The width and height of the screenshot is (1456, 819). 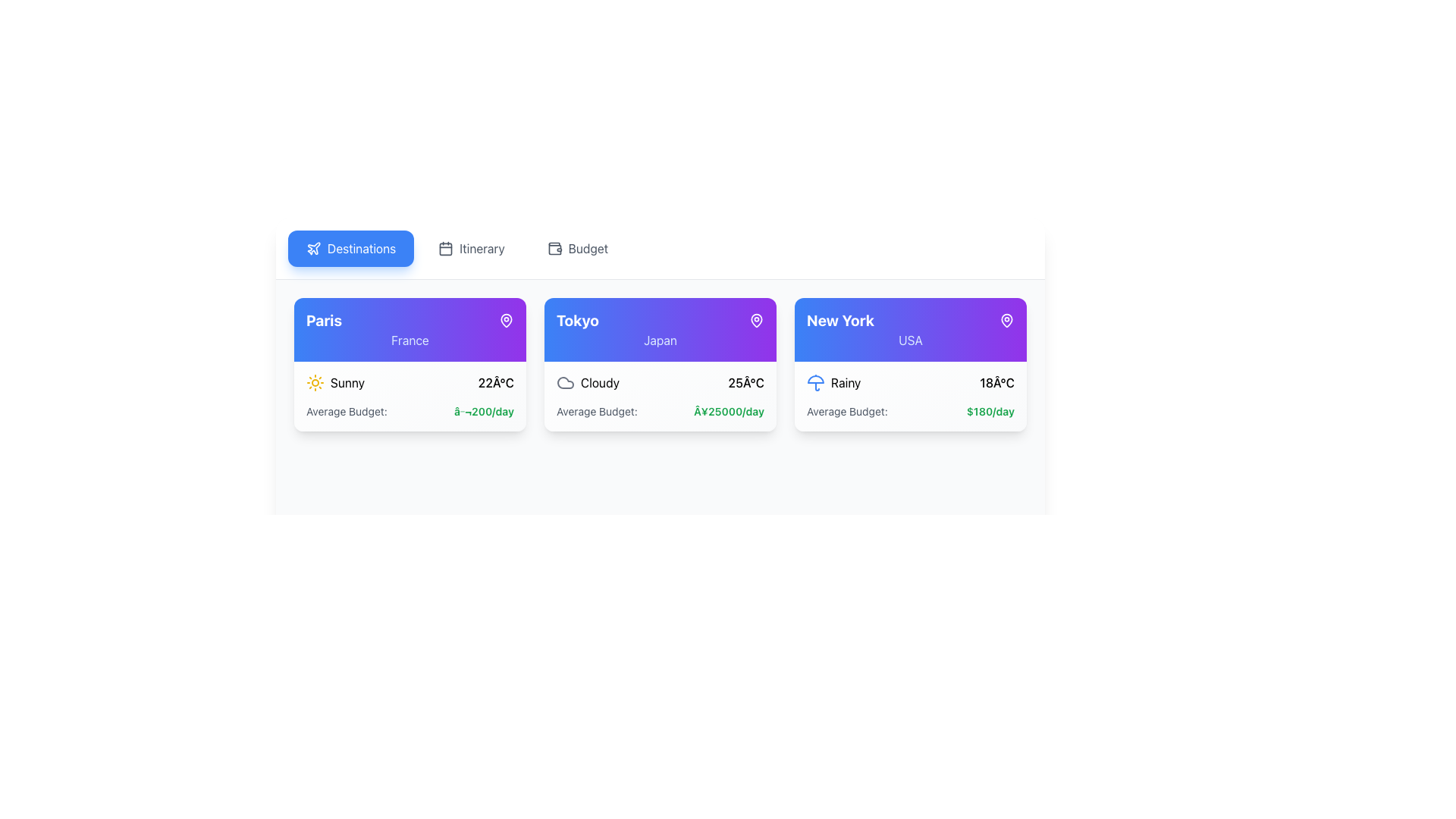 I want to click on the budget icon located in the header section, so click(x=554, y=248).